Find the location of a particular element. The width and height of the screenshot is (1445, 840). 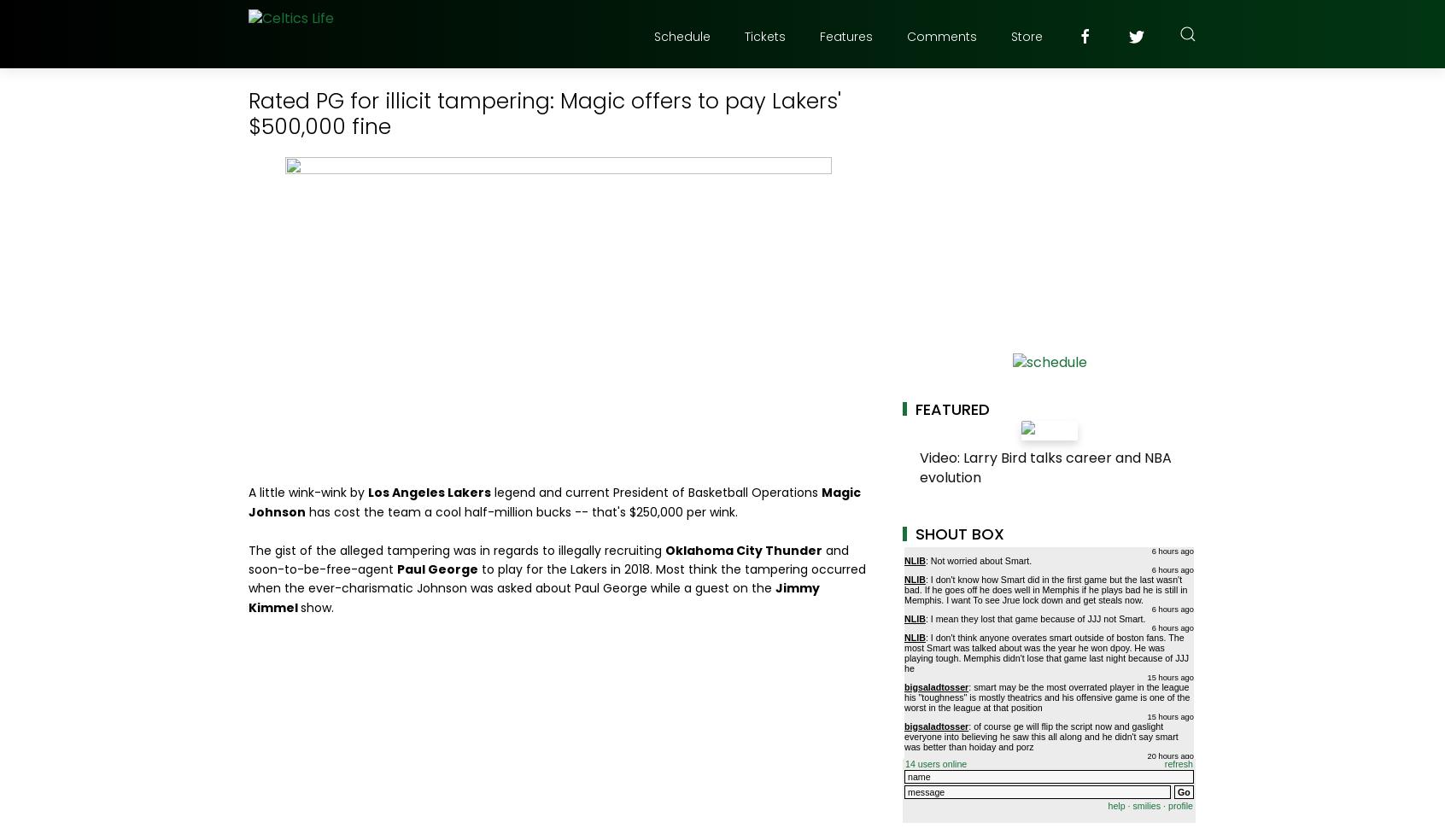

'Los Angeles Lakers' is located at coordinates (430, 492).